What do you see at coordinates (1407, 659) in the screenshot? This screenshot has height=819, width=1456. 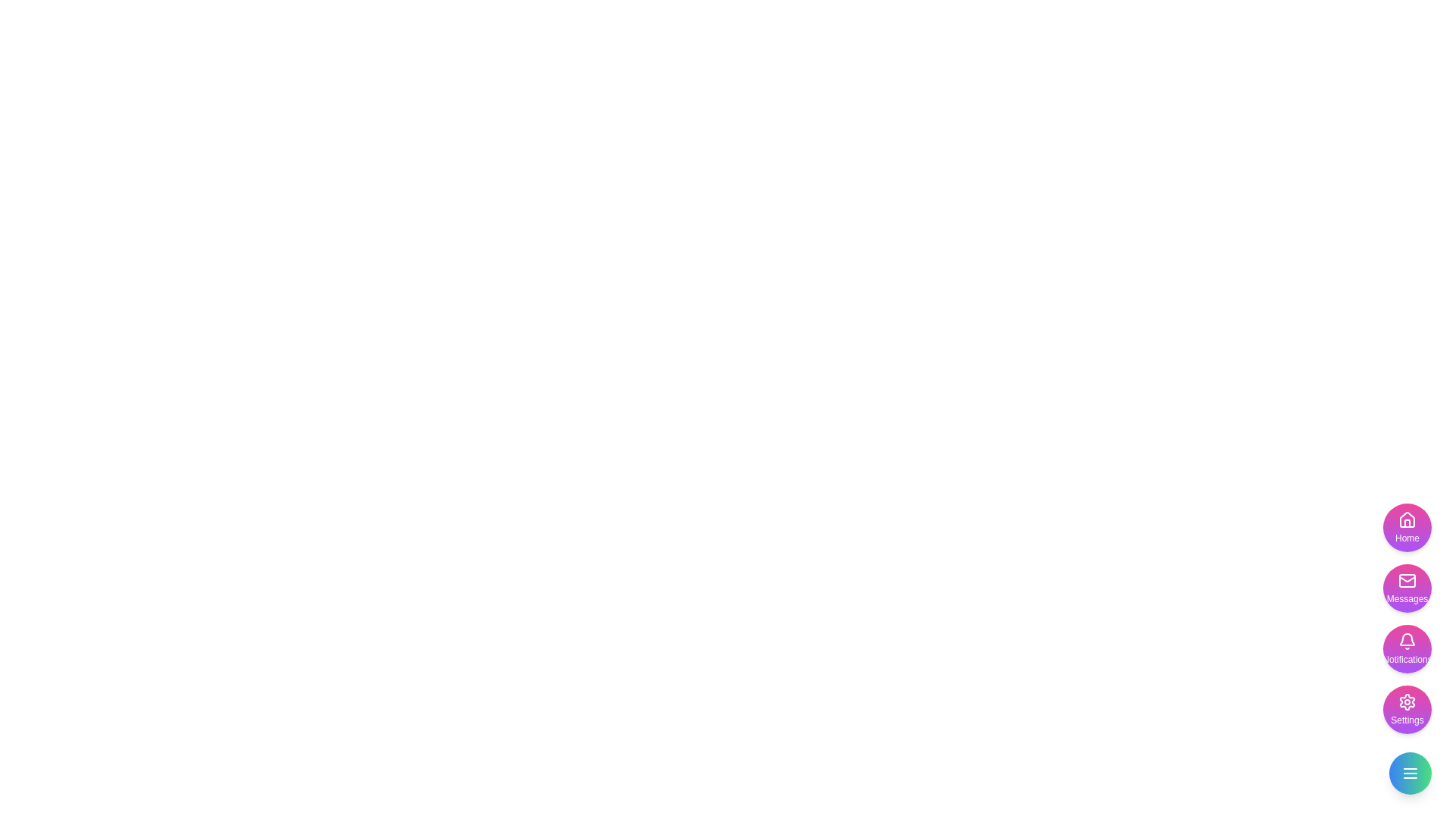 I see `the 'Notifications' text label element, which is displayed in a small, white font beneath the notification bell icon in a circular menu item with a purple-to-pink gradient background` at bounding box center [1407, 659].